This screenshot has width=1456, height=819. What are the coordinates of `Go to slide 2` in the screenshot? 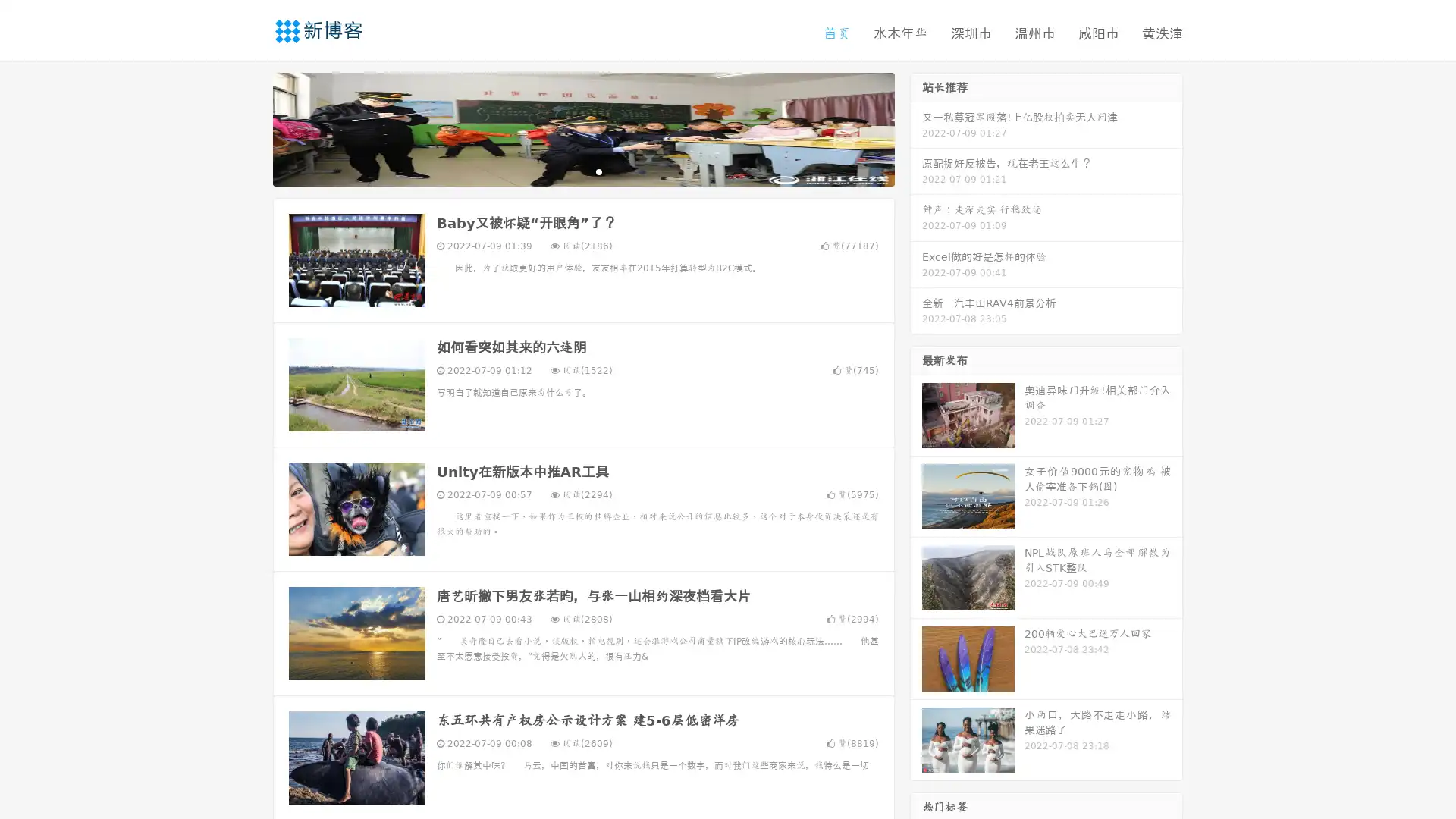 It's located at (582, 171).